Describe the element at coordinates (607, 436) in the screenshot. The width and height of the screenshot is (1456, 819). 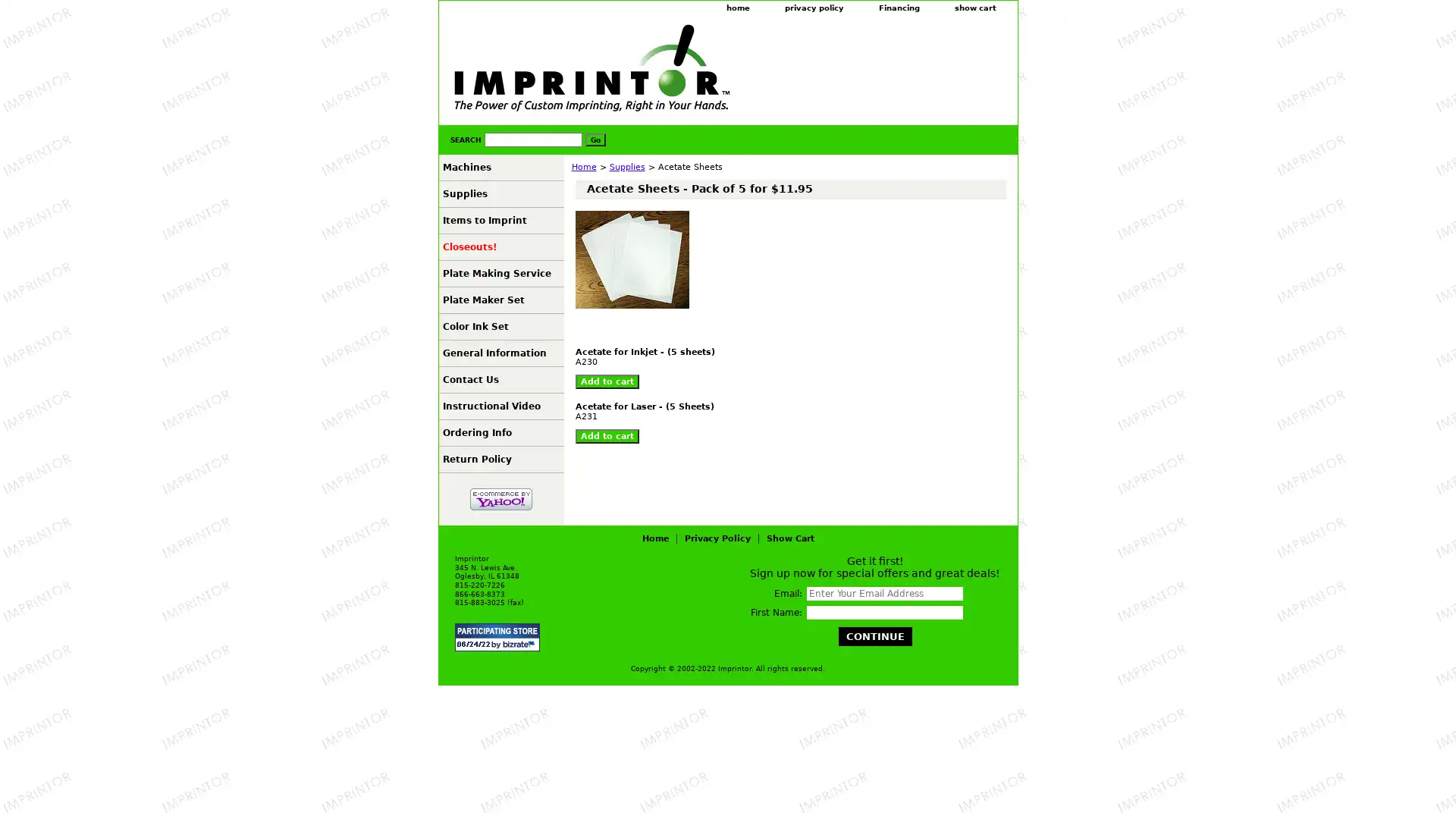
I see `Add to cart` at that location.